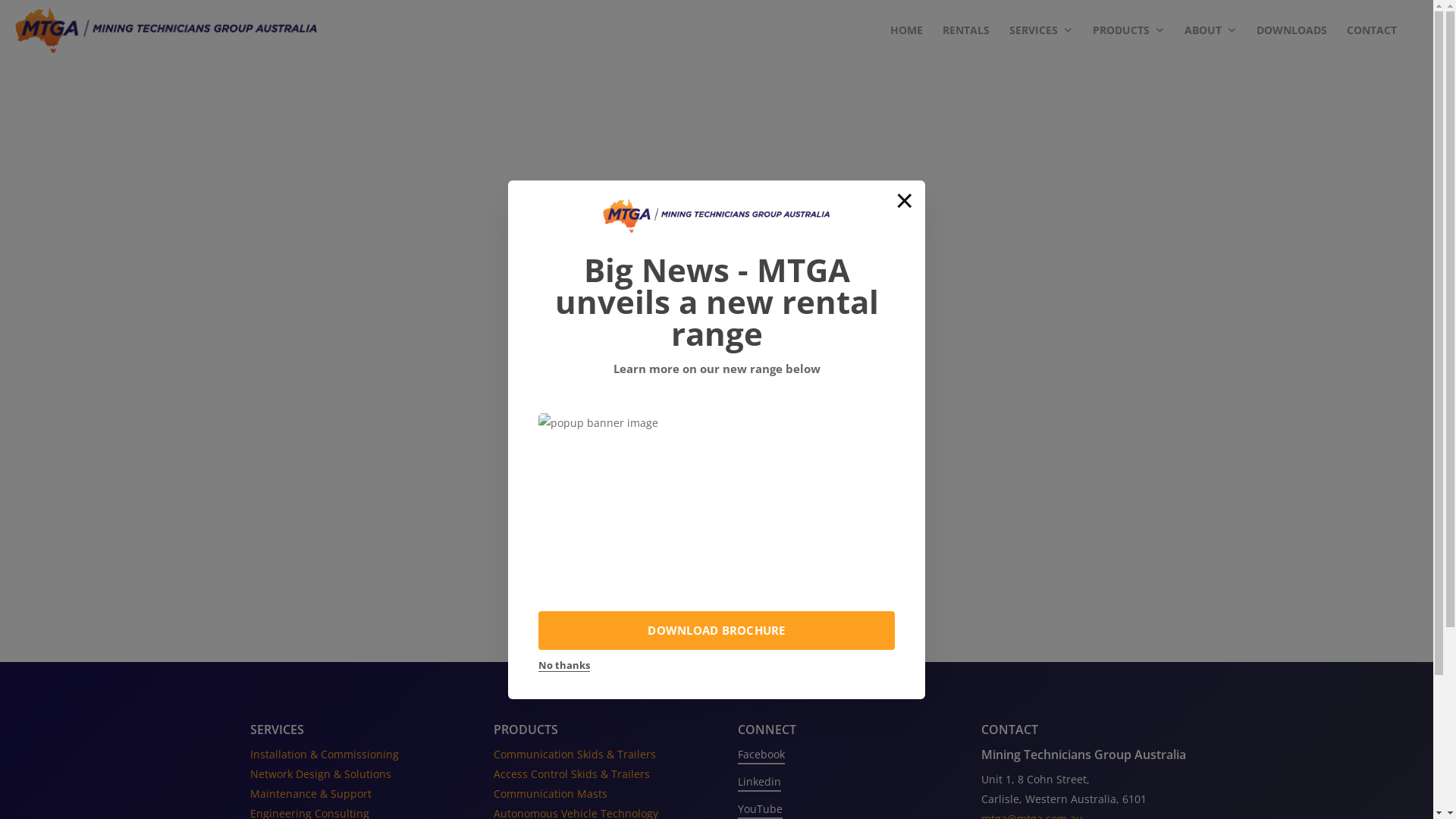 This screenshot has width=1456, height=819. Describe the element at coordinates (906, 30) in the screenshot. I see `'HOME'` at that location.